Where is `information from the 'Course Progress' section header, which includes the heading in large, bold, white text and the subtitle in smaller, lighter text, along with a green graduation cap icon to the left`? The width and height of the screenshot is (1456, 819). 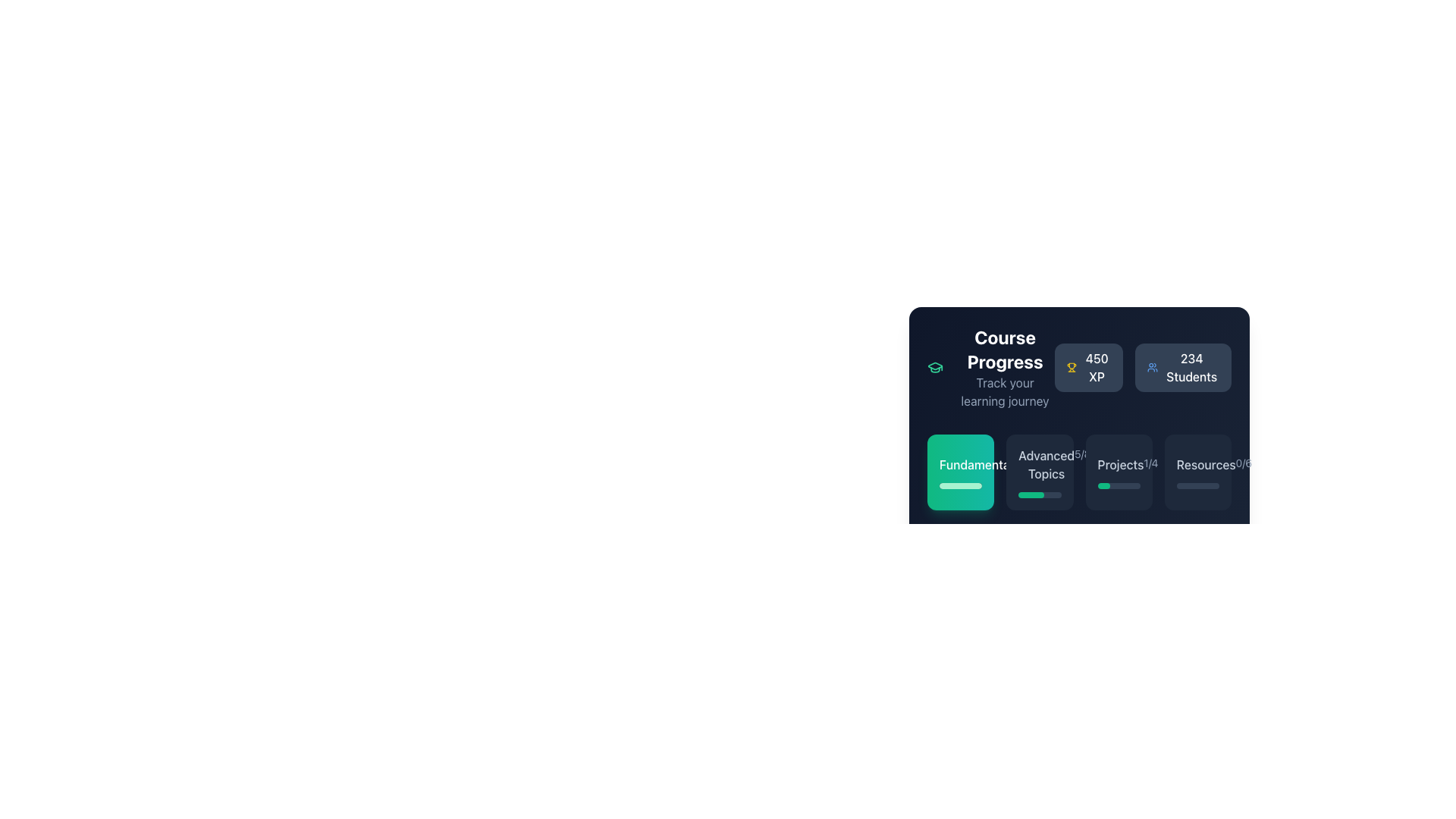
information from the 'Course Progress' section header, which includes the heading in large, bold, white text and the subtitle in smaller, lighter text, along with a green graduation cap icon to the left is located at coordinates (990, 368).